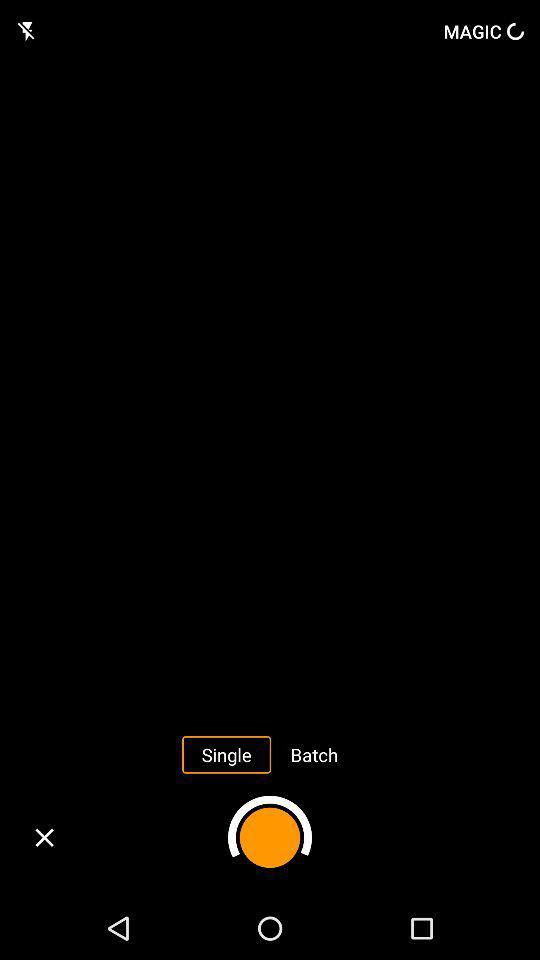 The height and width of the screenshot is (960, 540). Describe the element at coordinates (225, 753) in the screenshot. I see `the icon next to batch icon` at that location.